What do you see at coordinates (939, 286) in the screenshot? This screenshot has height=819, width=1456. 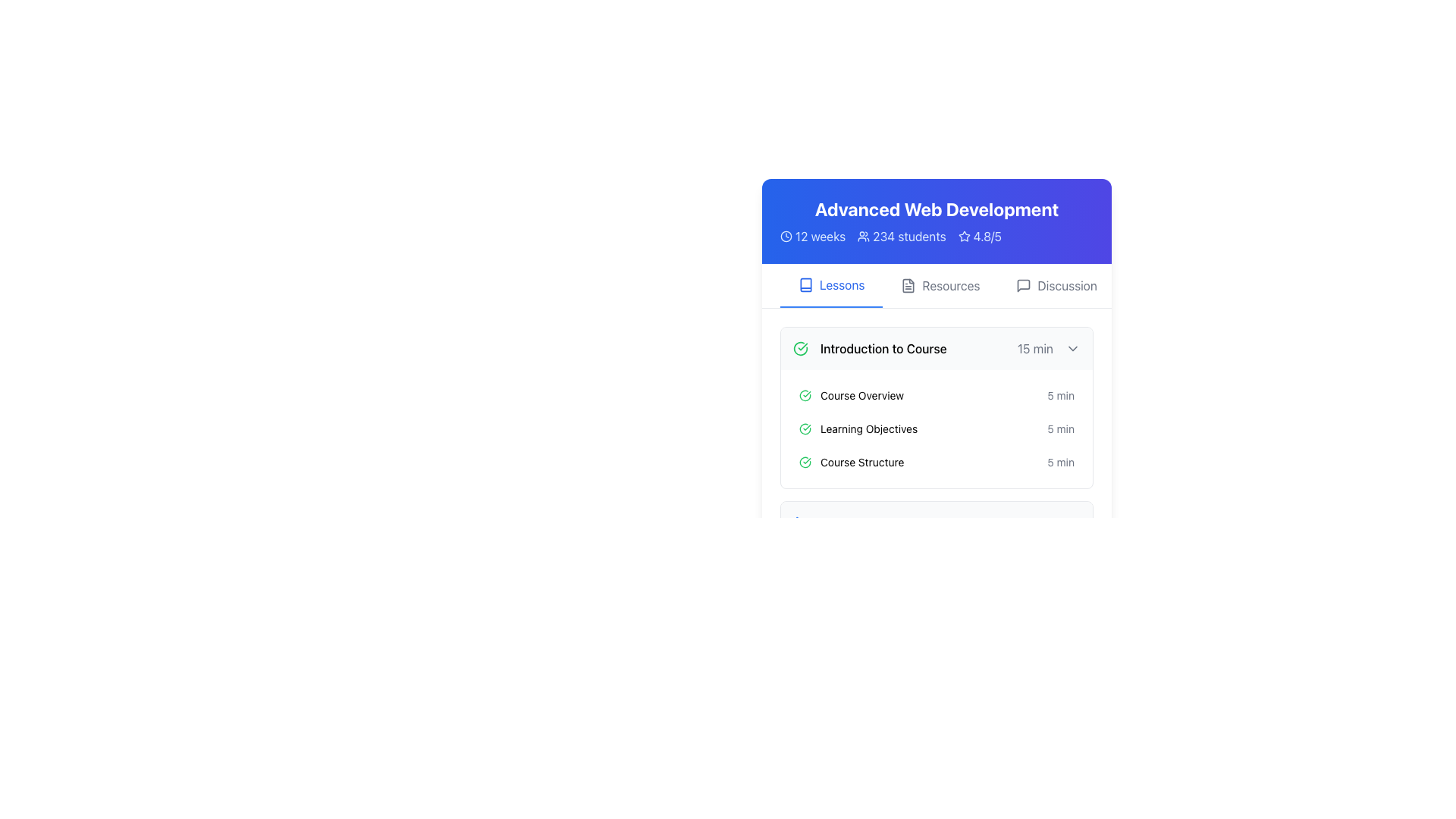 I see `the 'Resources' button in the middle of the navigation menu` at bounding box center [939, 286].